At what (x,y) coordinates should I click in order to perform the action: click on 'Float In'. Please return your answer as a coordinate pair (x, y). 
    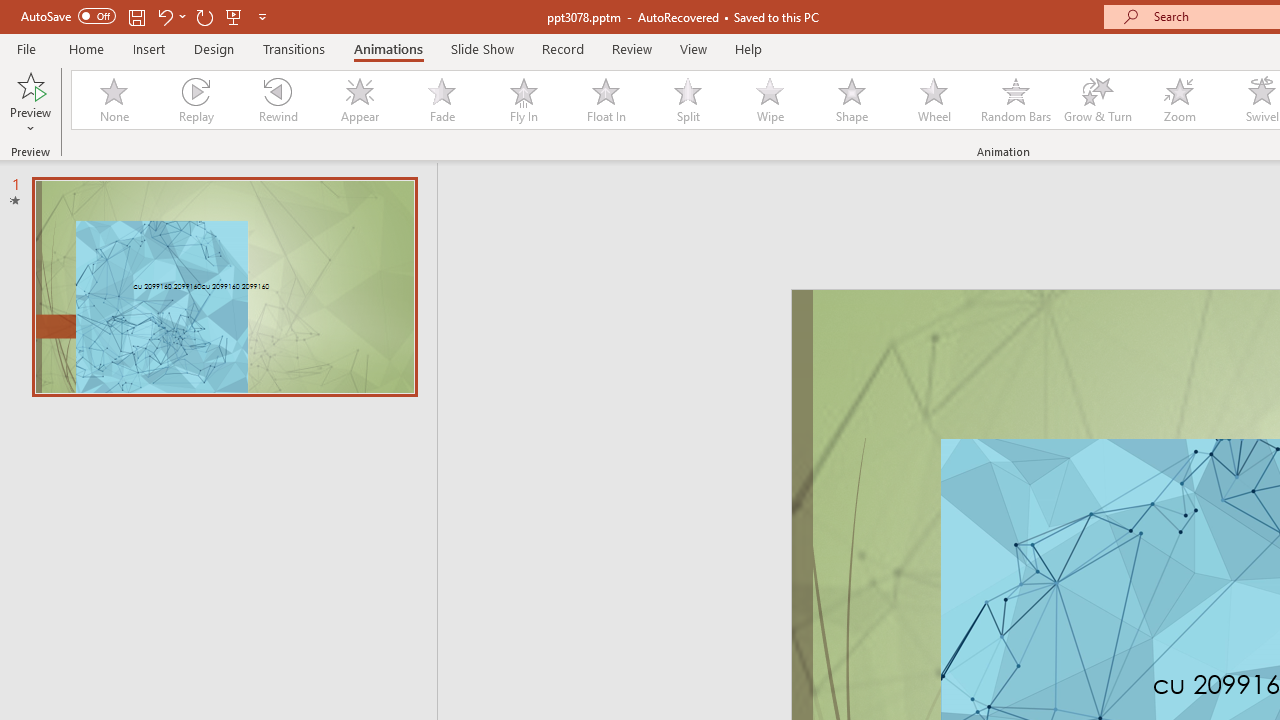
    Looking at the image, I should click on (604, 100).